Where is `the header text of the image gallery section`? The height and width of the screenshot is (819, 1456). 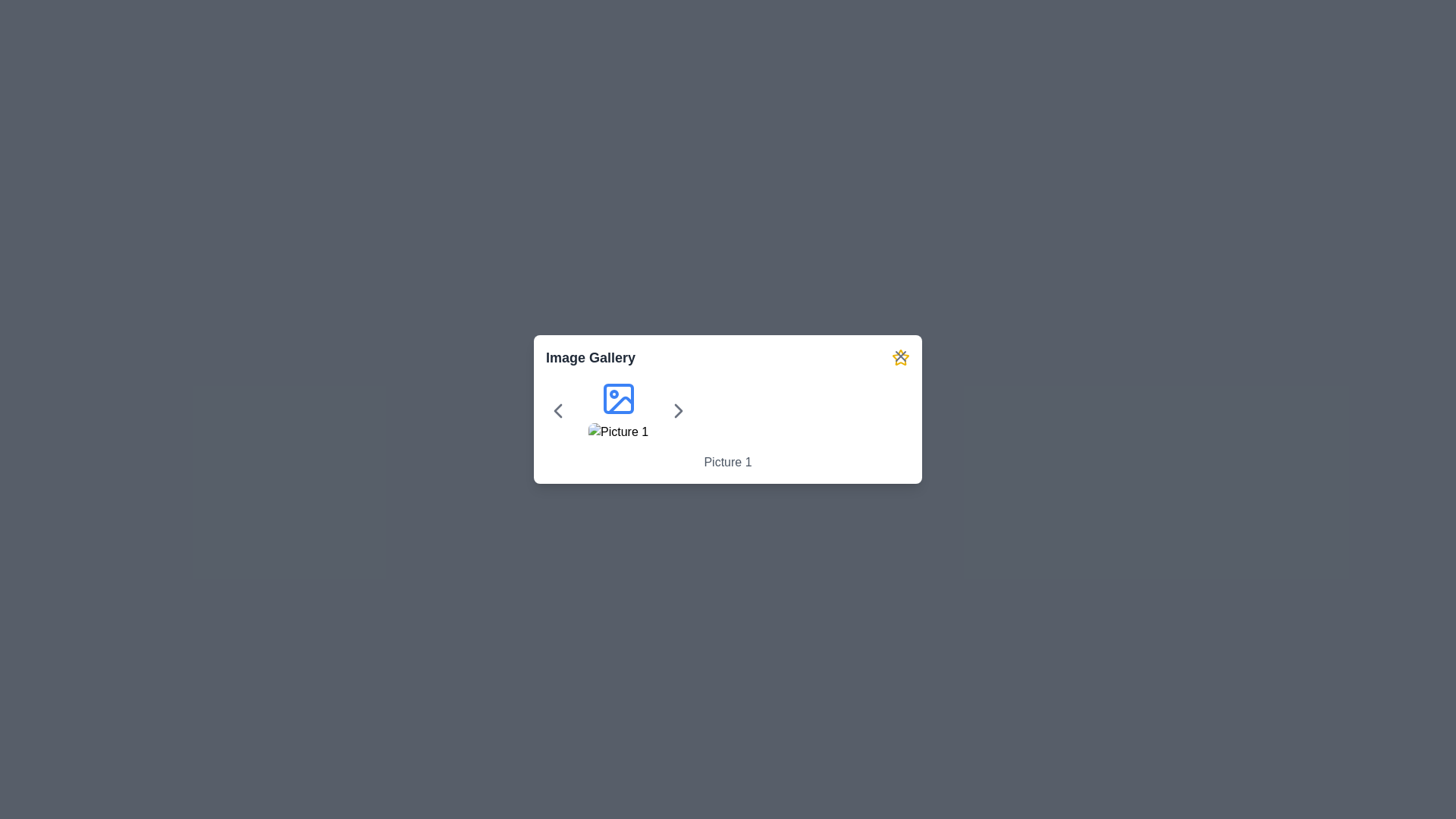 the header text of the image gallery section is located at coordinates (728, 357).